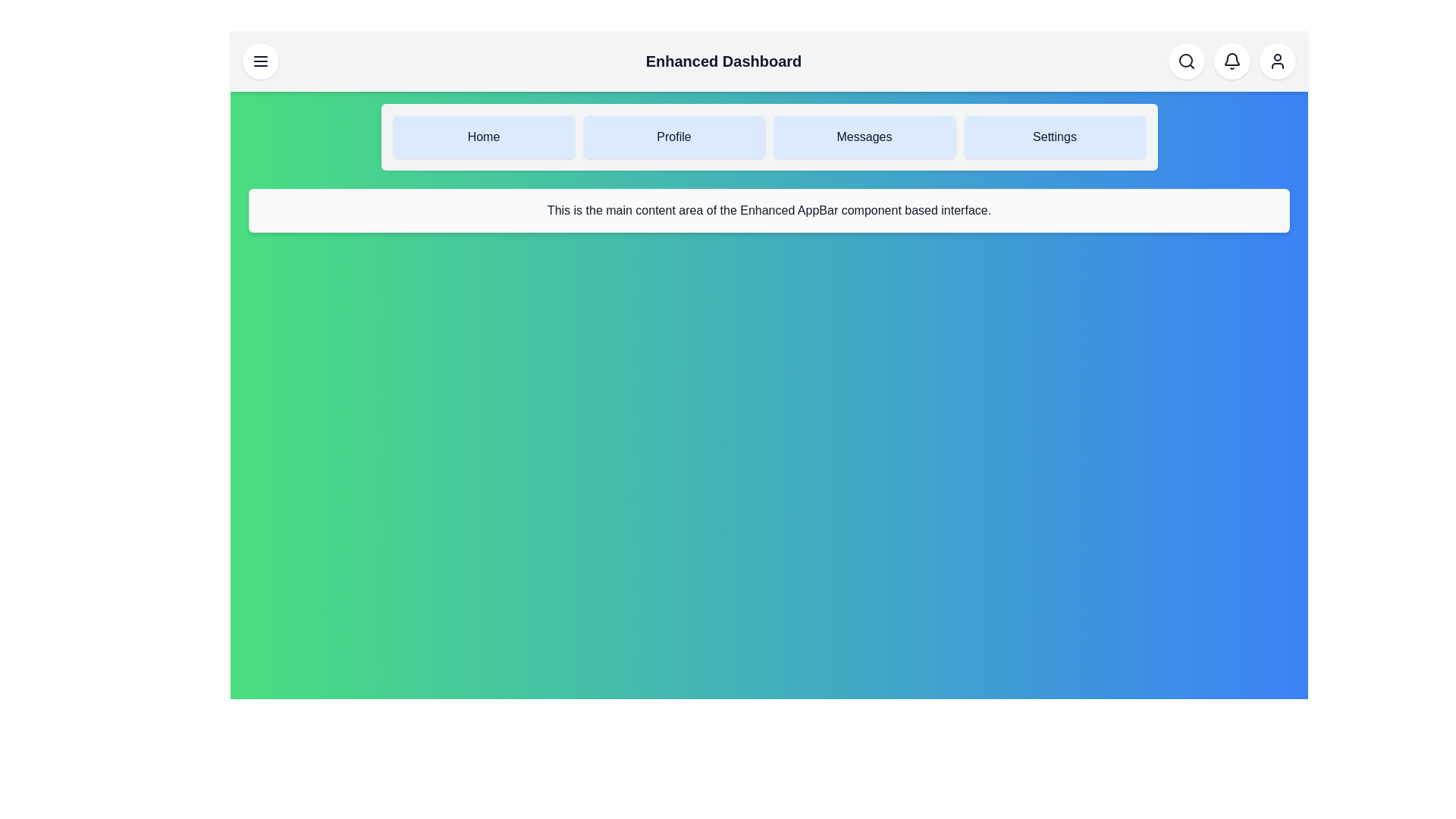 The width and height of the screenshot is (1456, 819). Describe the element at coordinates (864, 137) in the screenshot. I see `the navigation item Messages` at that location.